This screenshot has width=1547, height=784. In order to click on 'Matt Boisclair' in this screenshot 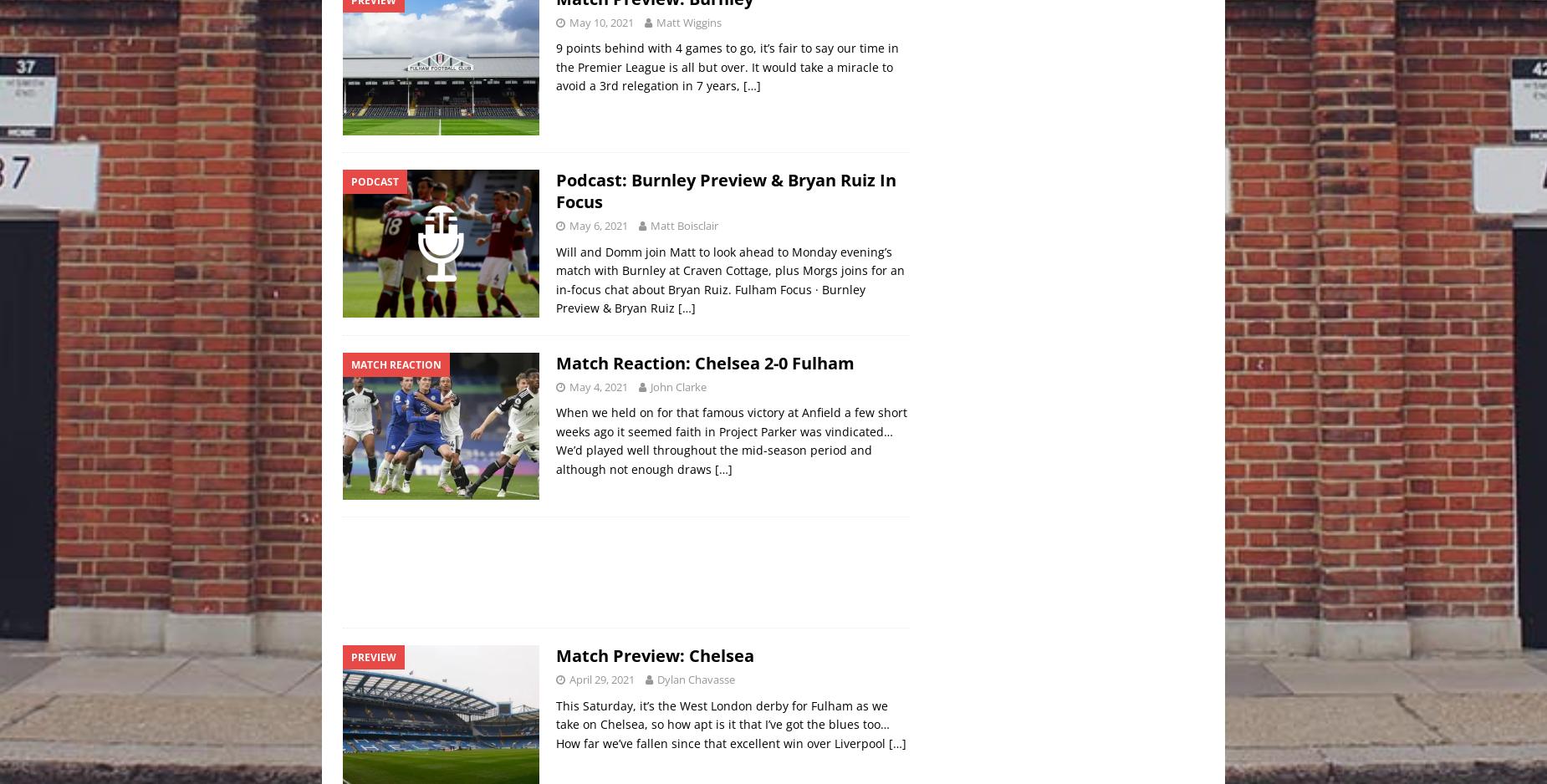, I will do `click(684, 225)`.